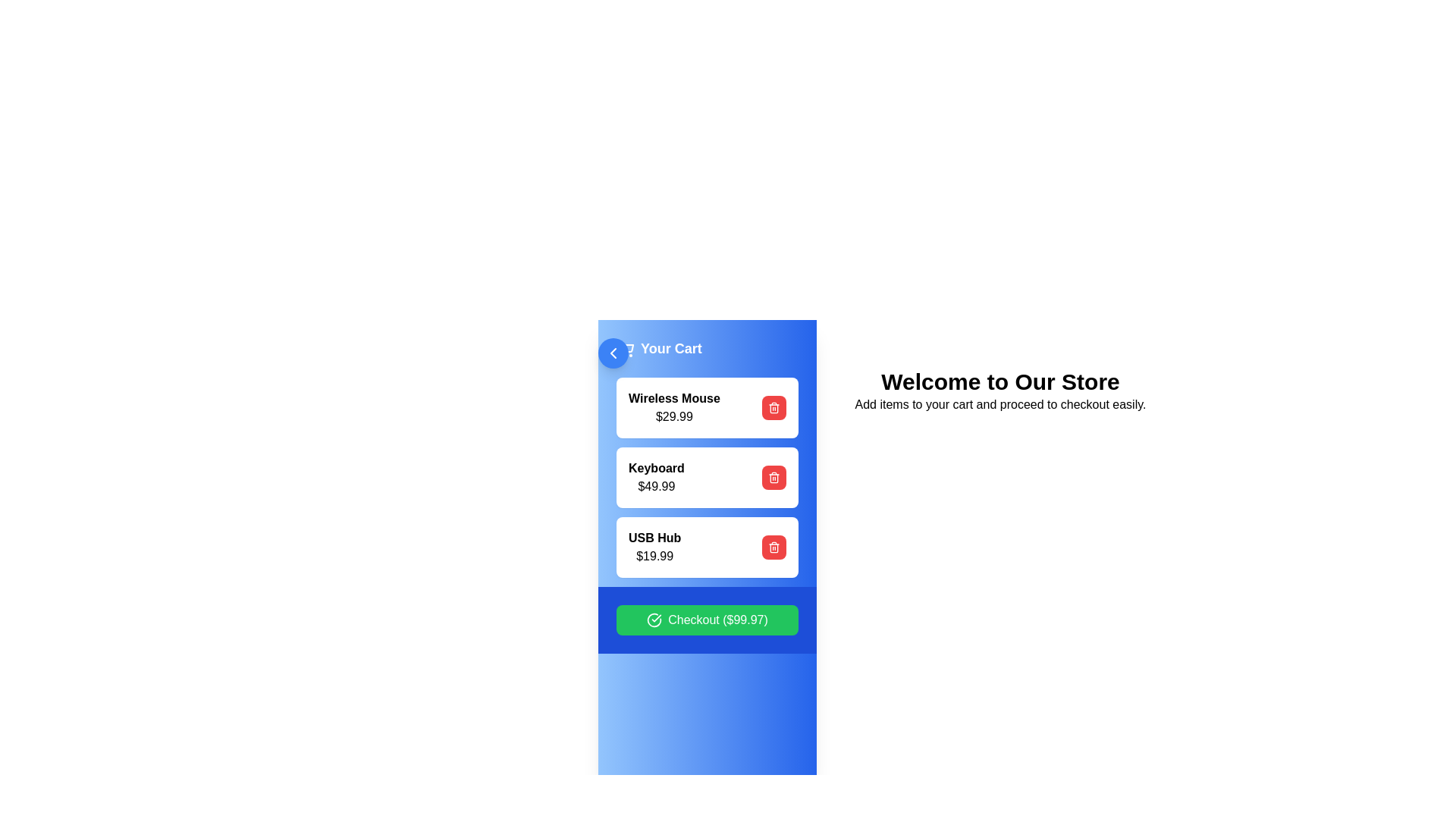  Describe the element at coordinates (654, 556) in the screenshot. I see `text displayed in the price label for the 'USB Hub', which is located below the 'USB Hub' text in the cart interface` at that location.